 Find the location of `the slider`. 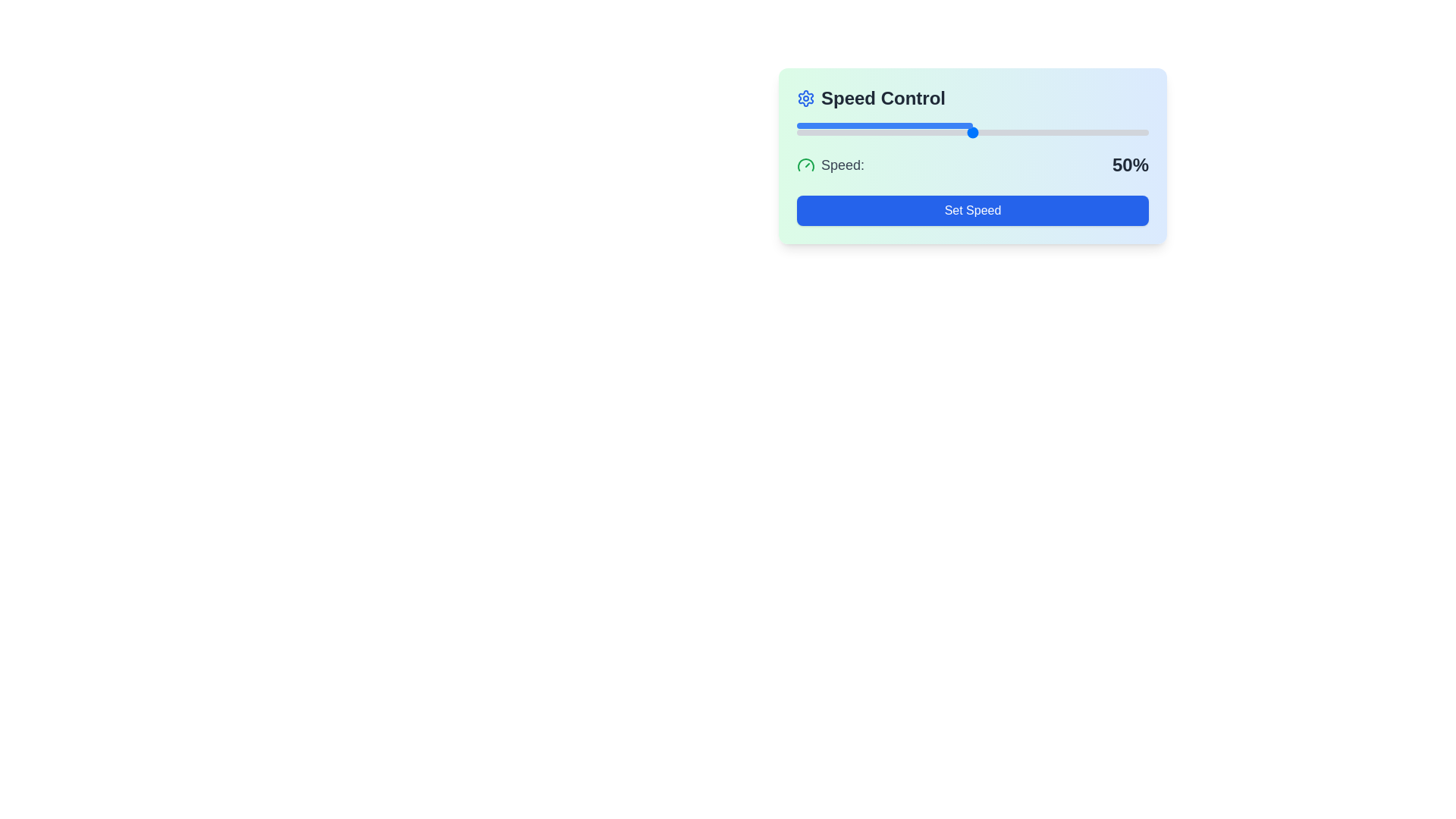

the slider is located at coordinates (856, 131).